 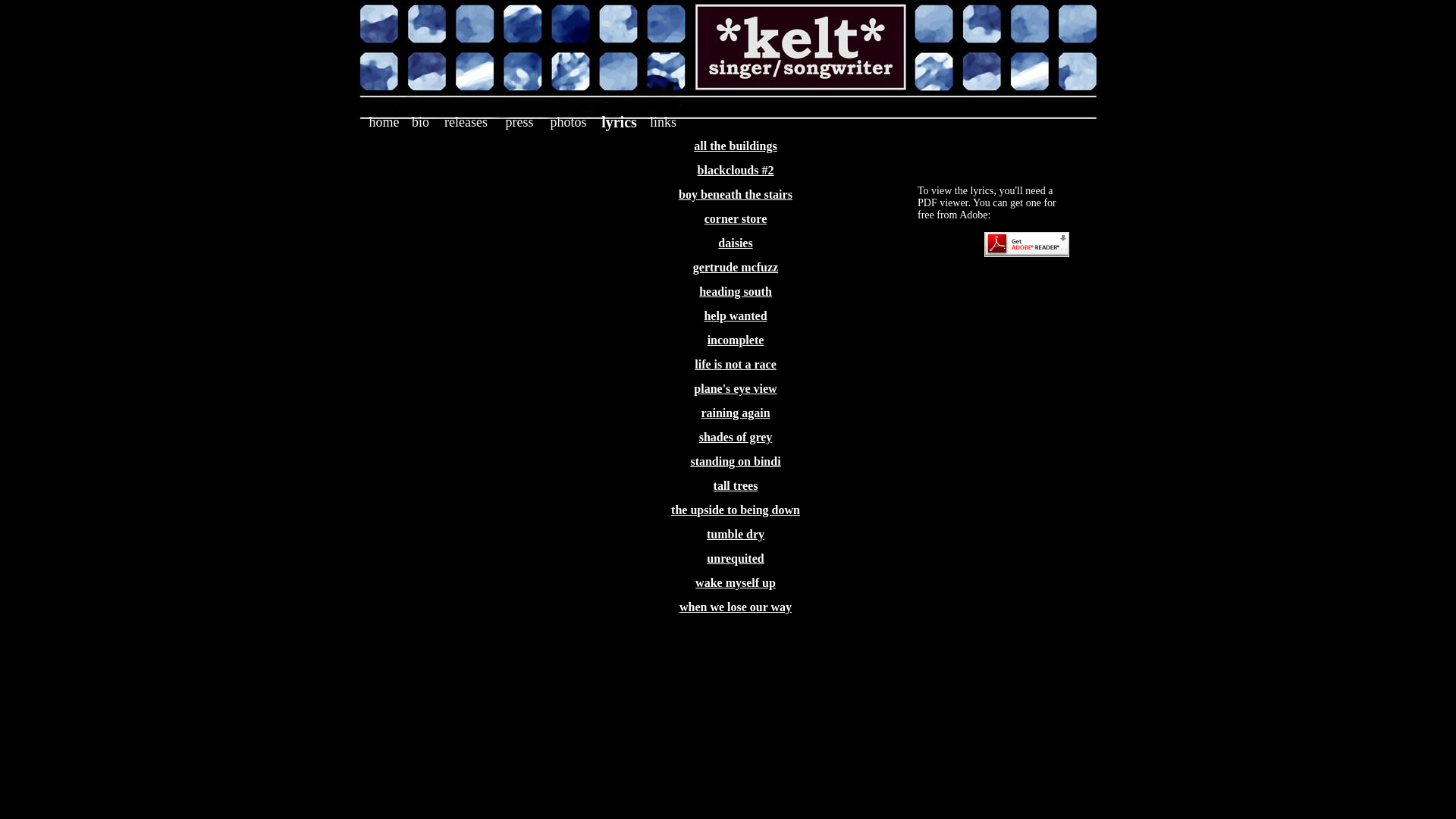 I want to click on 'bio', so click(x=420, y=121).